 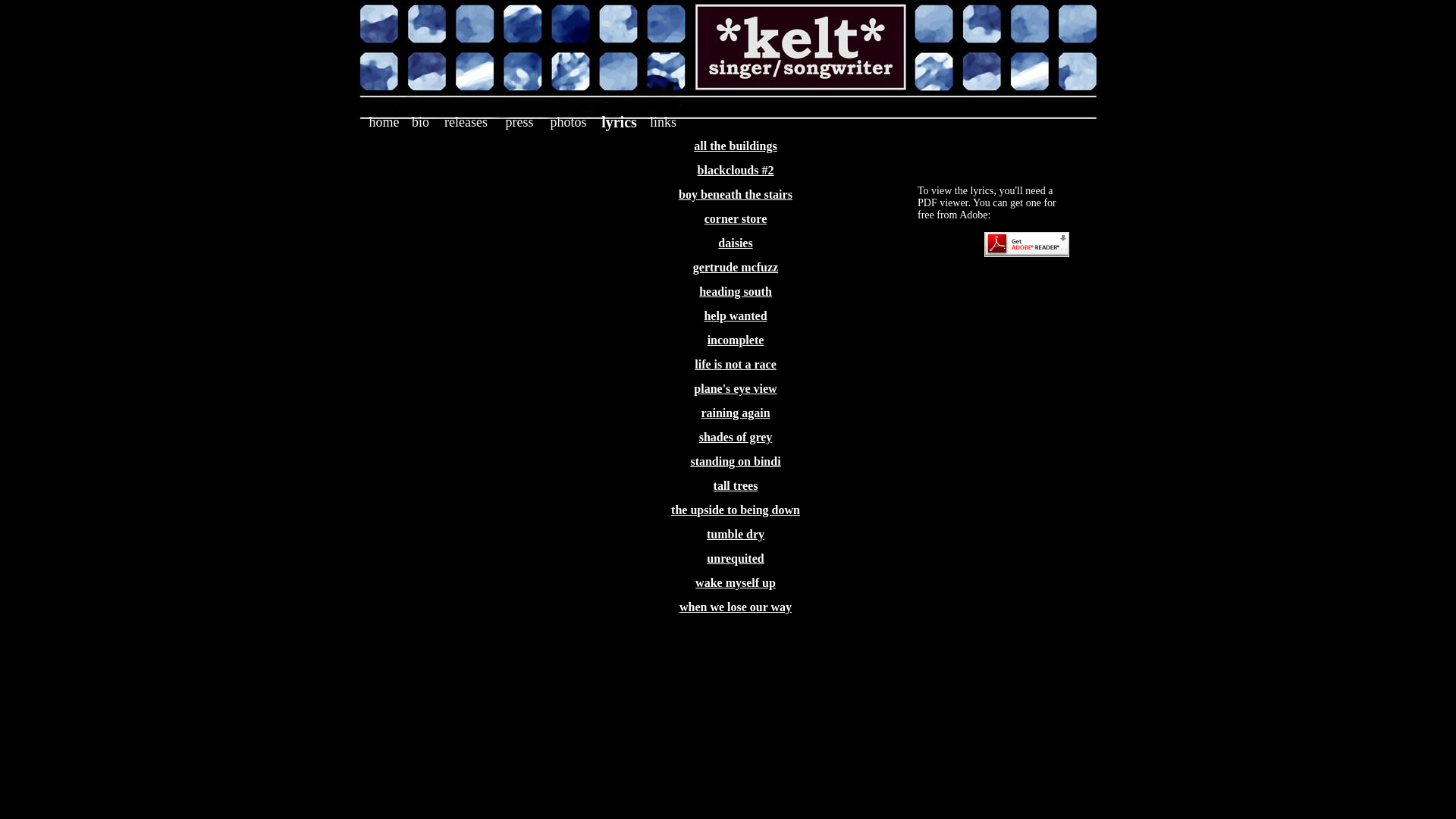 I want to click on 'bio', so click(x=420, y=121).